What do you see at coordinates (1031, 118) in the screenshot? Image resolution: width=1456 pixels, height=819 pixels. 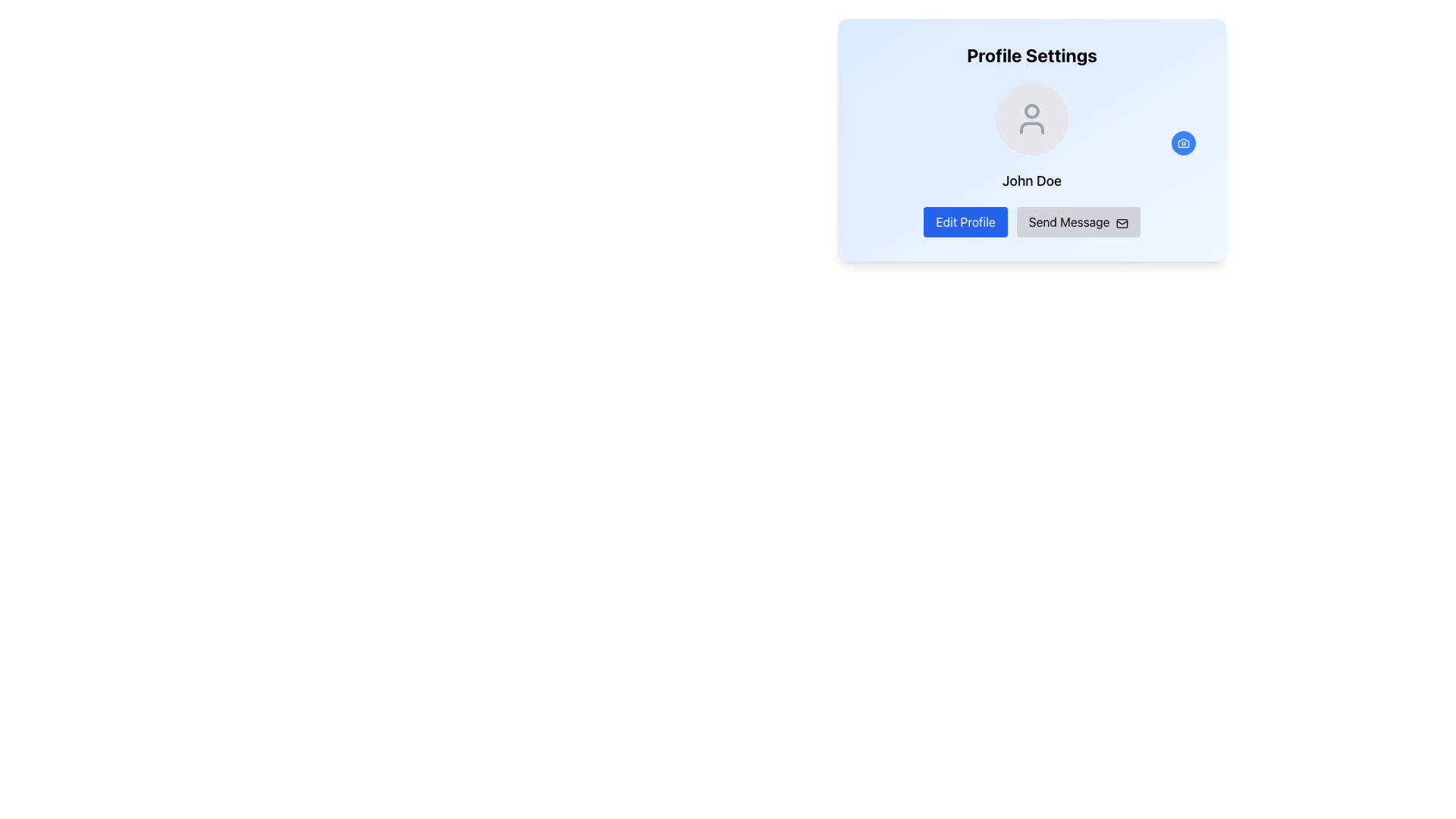 I see `the user profile icon, which is a circular icon representing the user's avatar, located at the top section of the profile settings card` at bounding box center [1031, 118].